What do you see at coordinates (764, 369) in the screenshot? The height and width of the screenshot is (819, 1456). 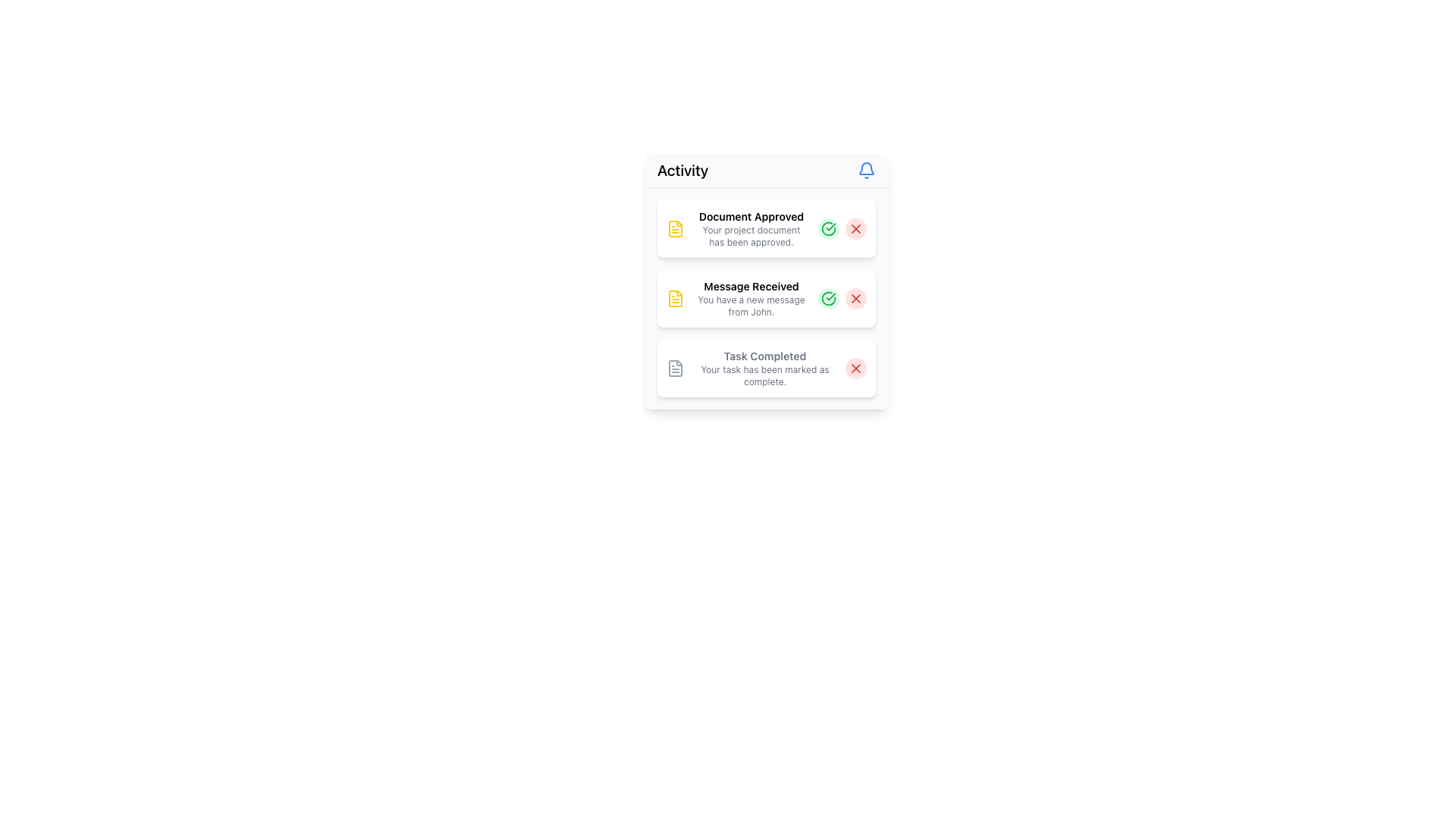 I see `the Text block that serves as a notification message indicating a task completion, located below 'Message Received'` at bounding box center [764, 369].